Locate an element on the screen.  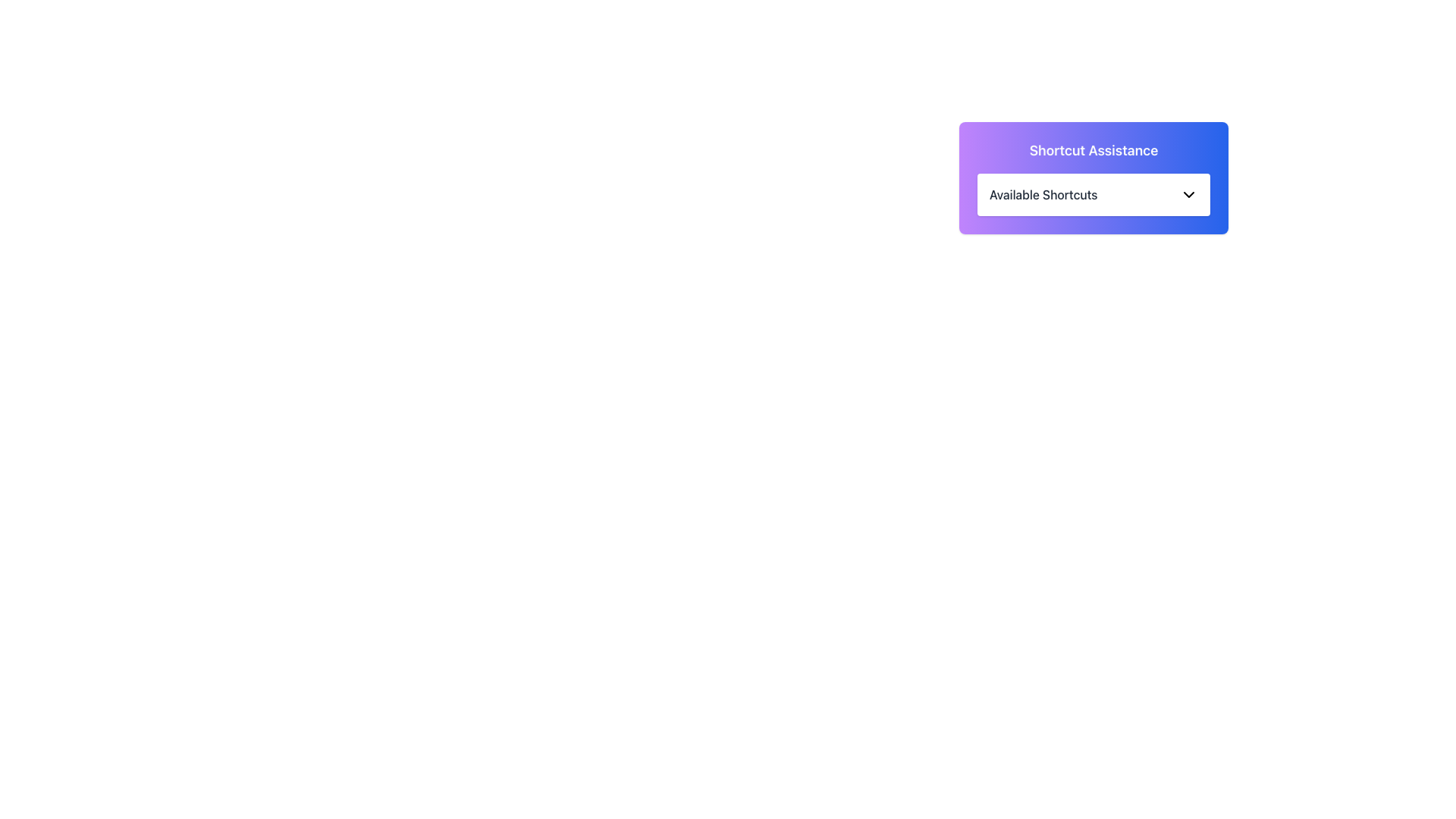
the dropdown menu labeled 'Available Shortcuts' is located at coordinates (1094, 194).